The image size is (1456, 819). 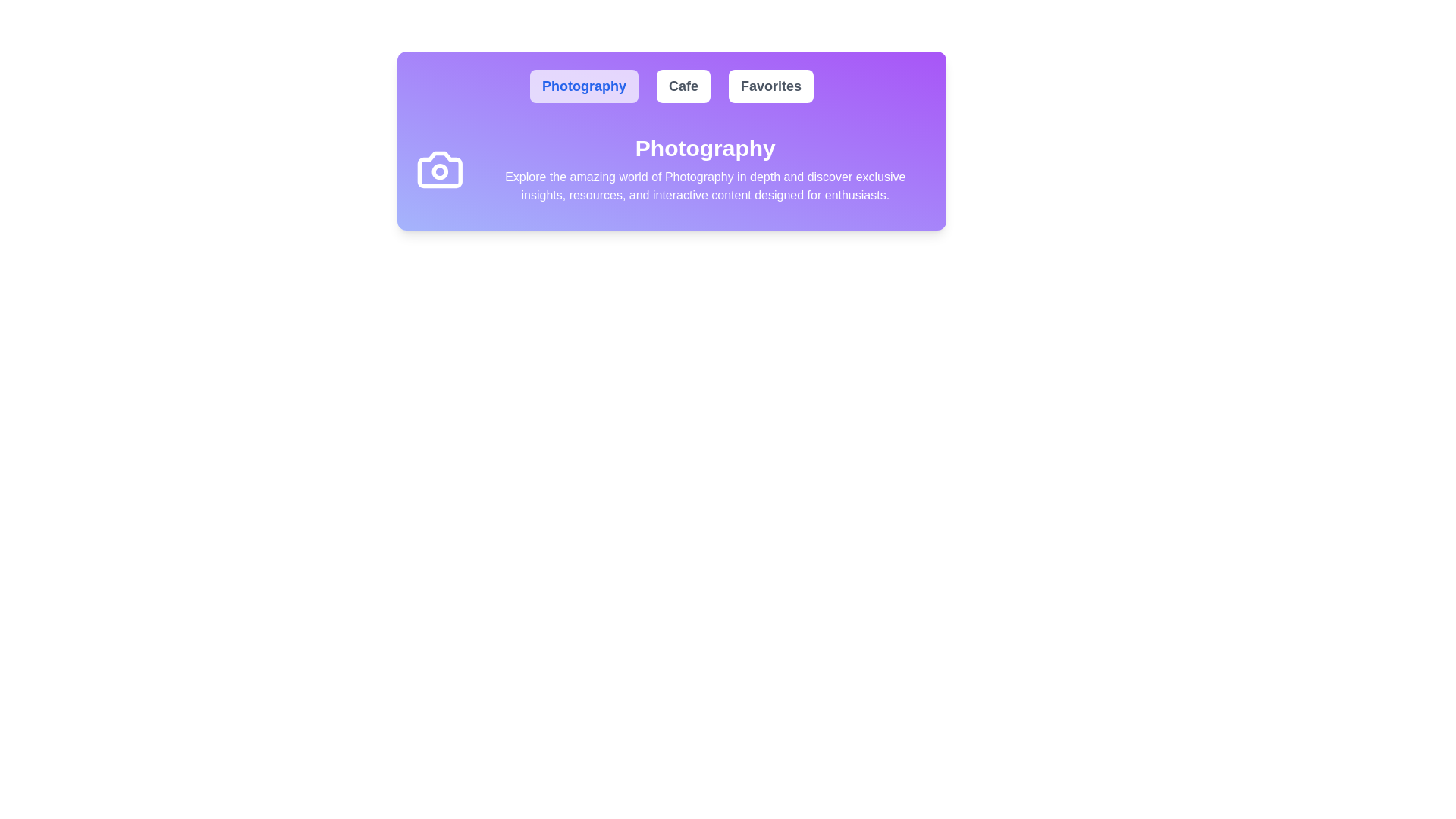 What do you see at coordinates (771, 86) in the screenshot?
I see `the 'Favorites' button` at bounding box center [771, 86].